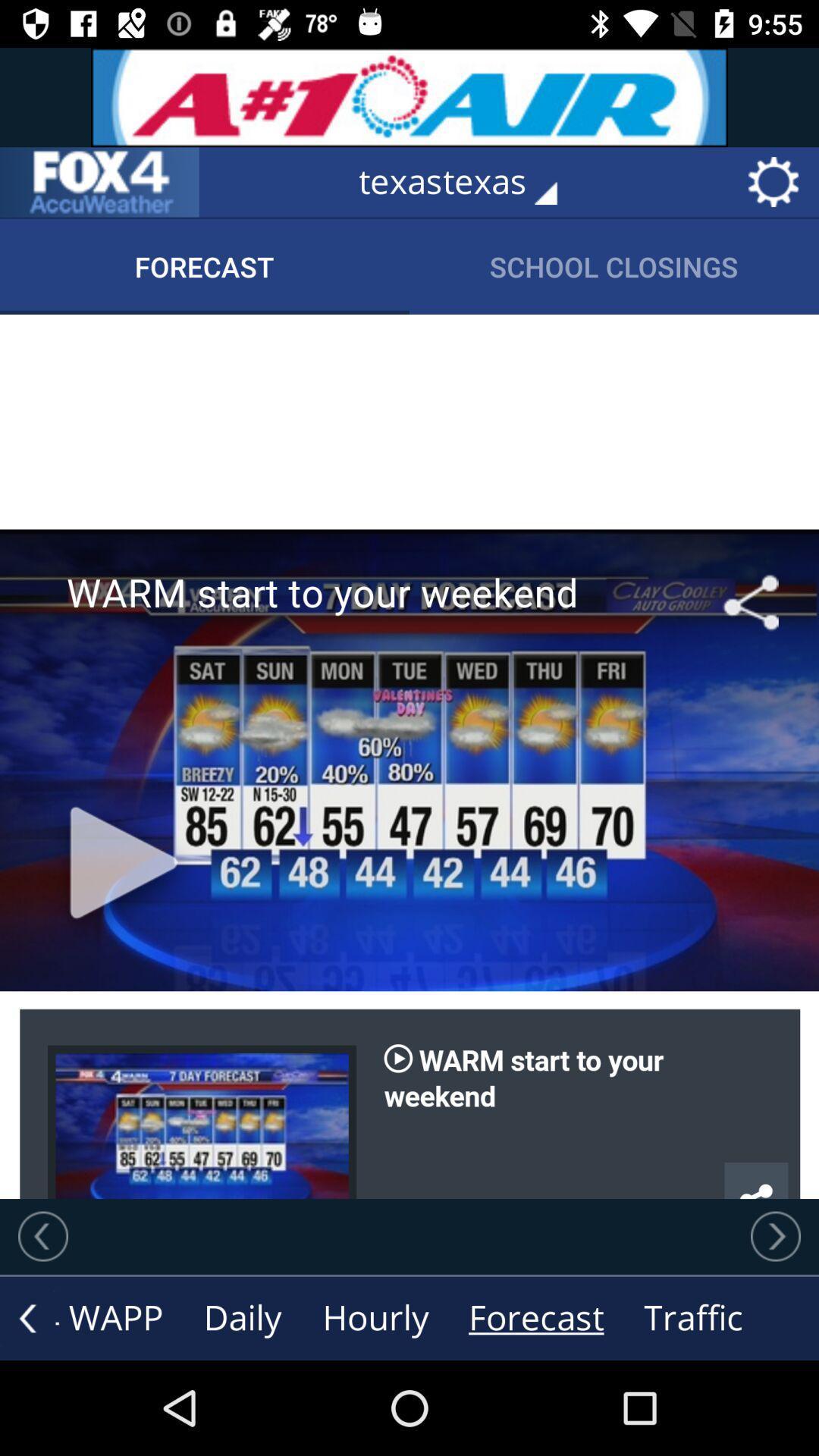  What do you see at coordinates (27, 1317) in the screenshot?
I see `go back` at bounding box center [27, 1317].